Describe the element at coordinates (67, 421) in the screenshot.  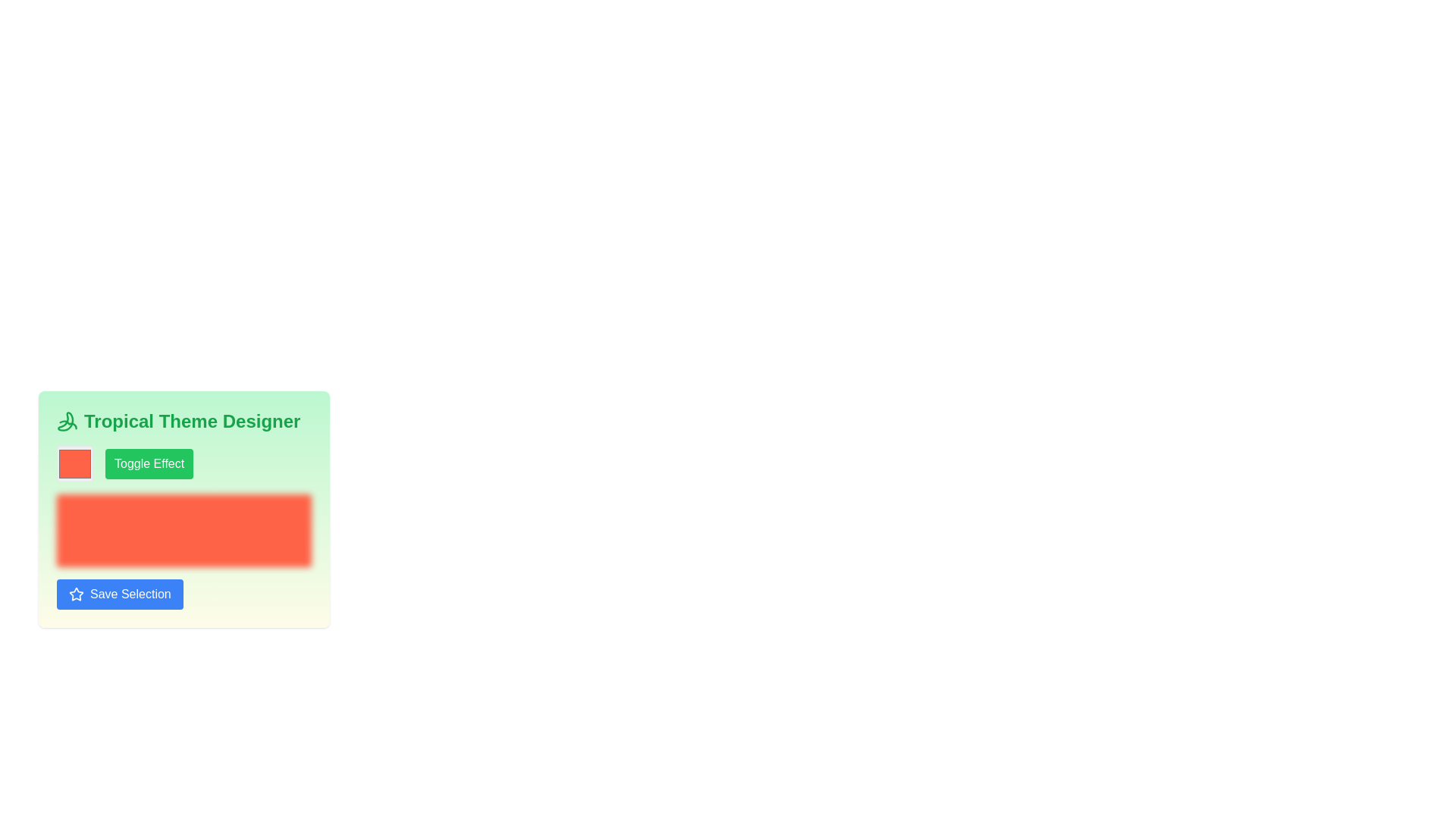
I see `the banana icon, which has a green outline and is positioned to the left of the title text 'Tropical Theme Designer'` at that location.